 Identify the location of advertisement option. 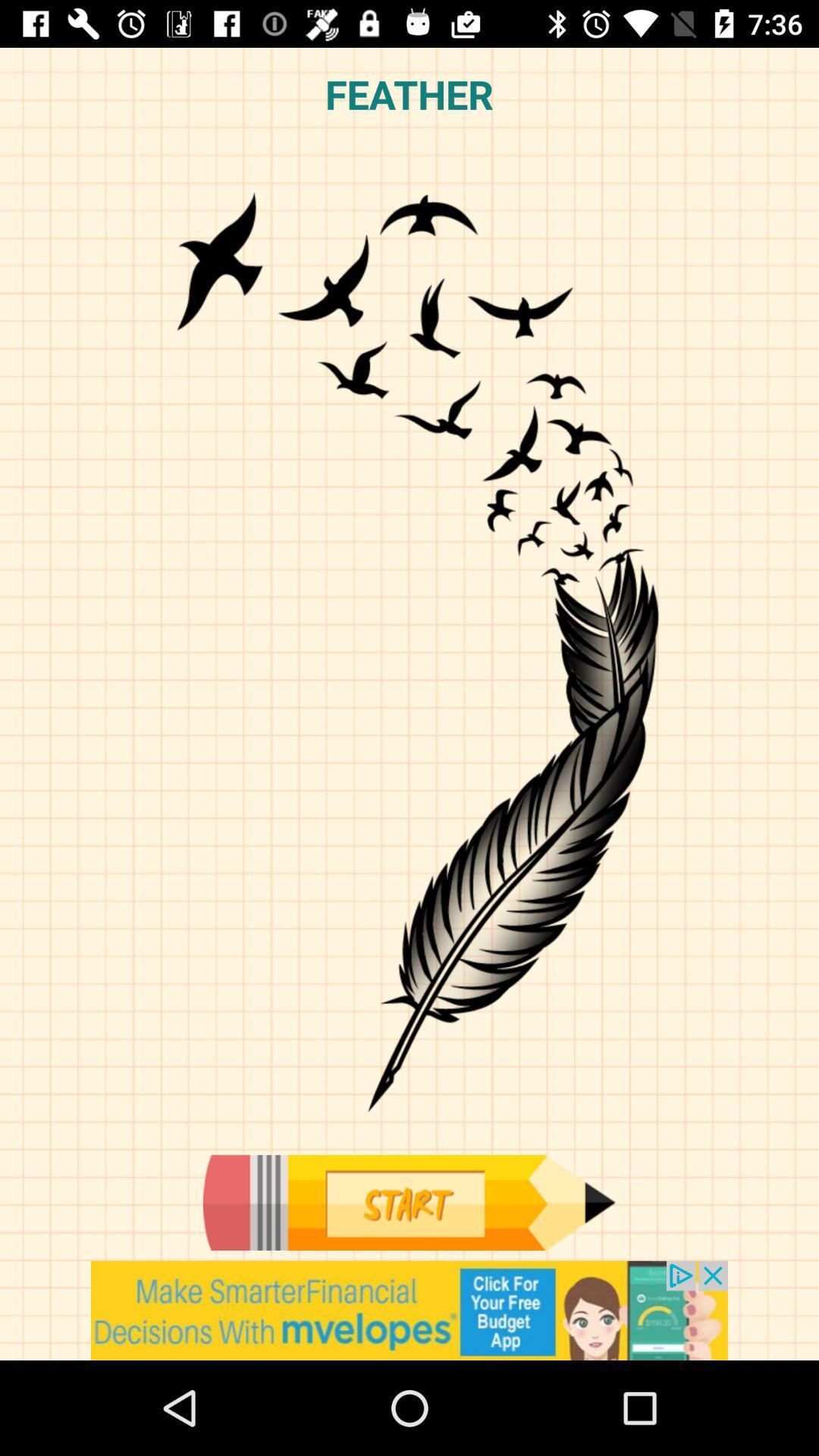
(409, 1310).